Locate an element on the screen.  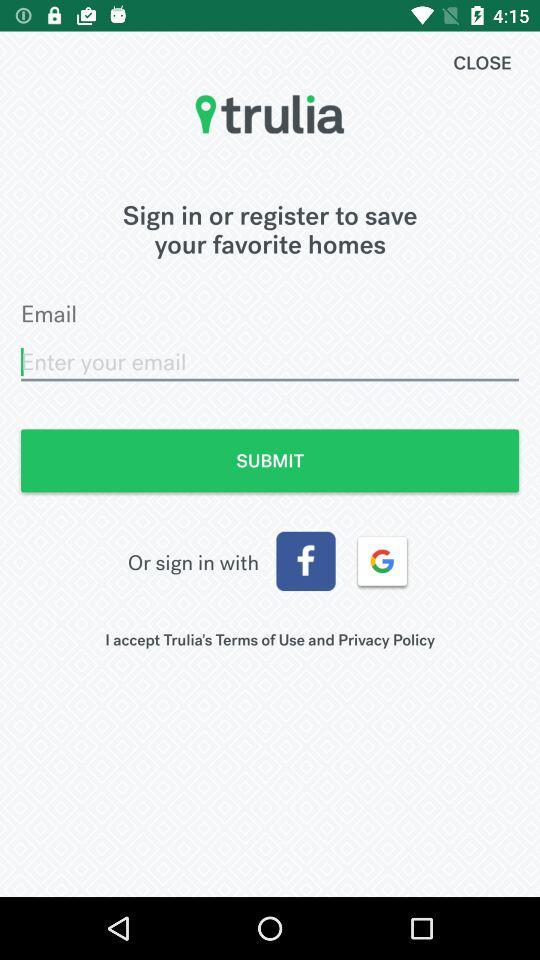
close is located at coordinates (481, 62).